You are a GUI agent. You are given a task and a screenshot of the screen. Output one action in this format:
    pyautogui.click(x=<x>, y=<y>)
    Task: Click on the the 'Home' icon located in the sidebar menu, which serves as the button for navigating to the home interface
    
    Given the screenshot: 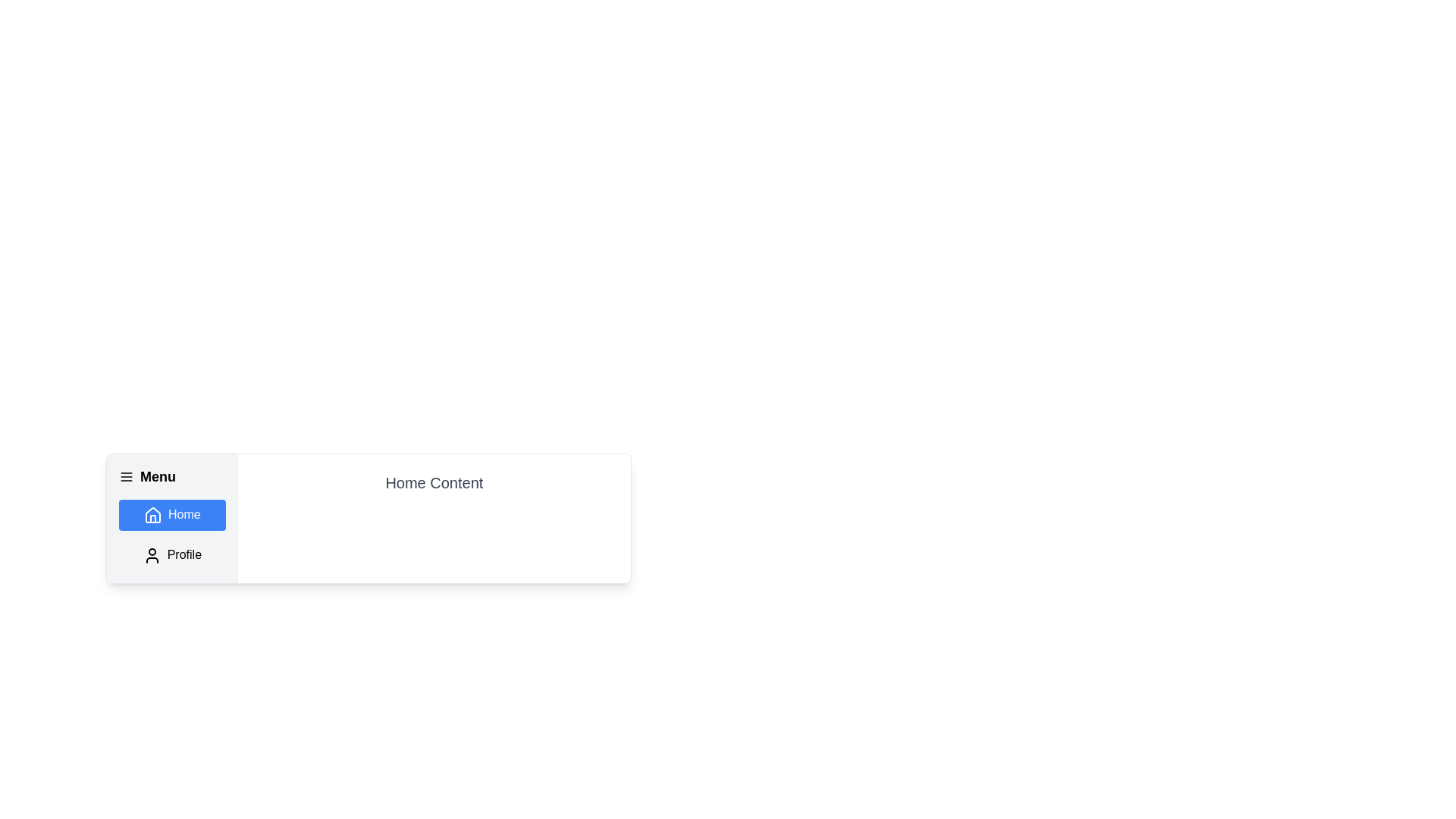 What is the action you would take?
    pyautogui.click(x=152, y=514)
    